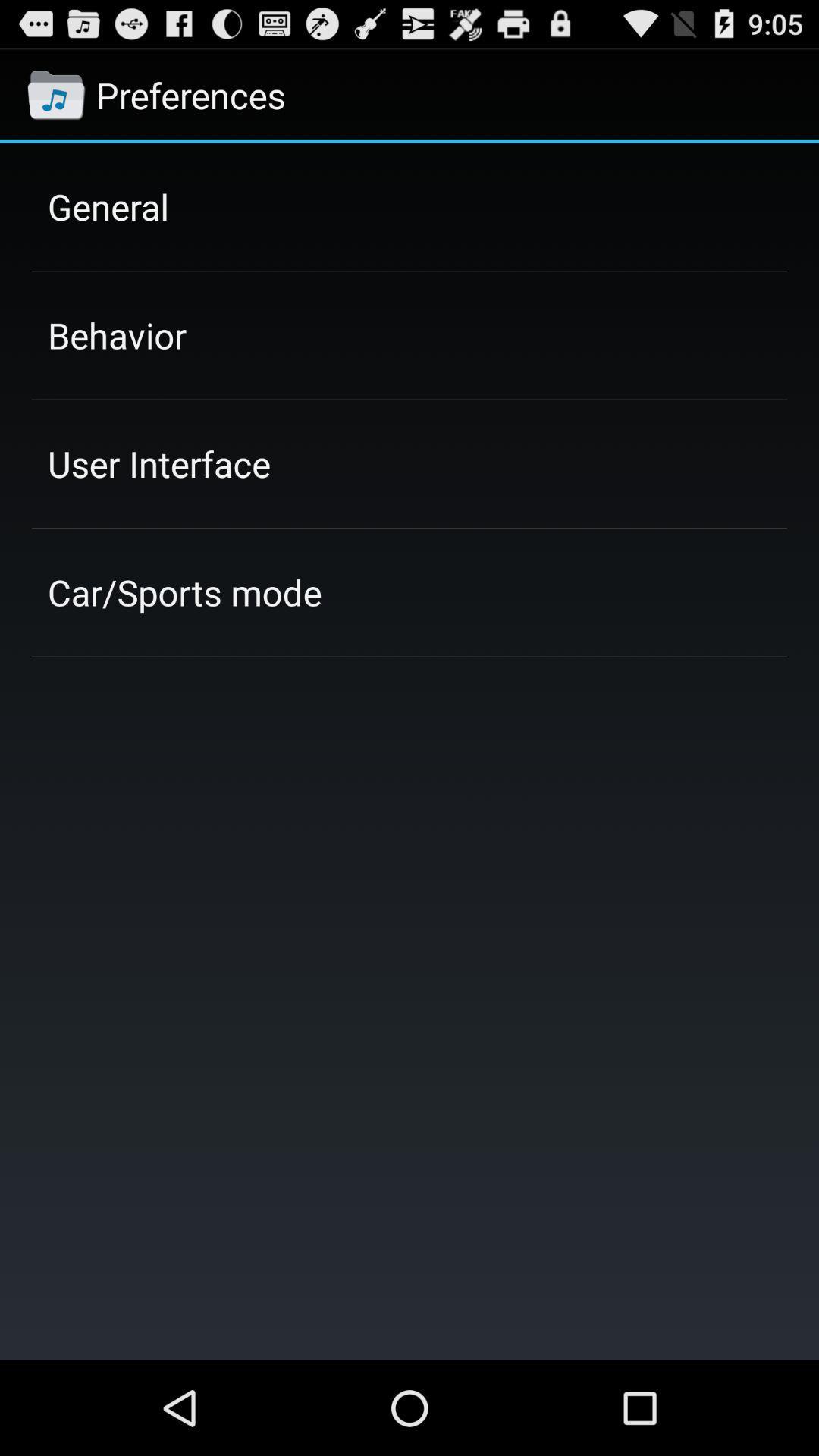 Image resolution: width=819 pixels, height=1456 pixels. What do you see at coordinates (158, 463) in the screenshot?
I see `user interface` at bounding box center [158, 463].